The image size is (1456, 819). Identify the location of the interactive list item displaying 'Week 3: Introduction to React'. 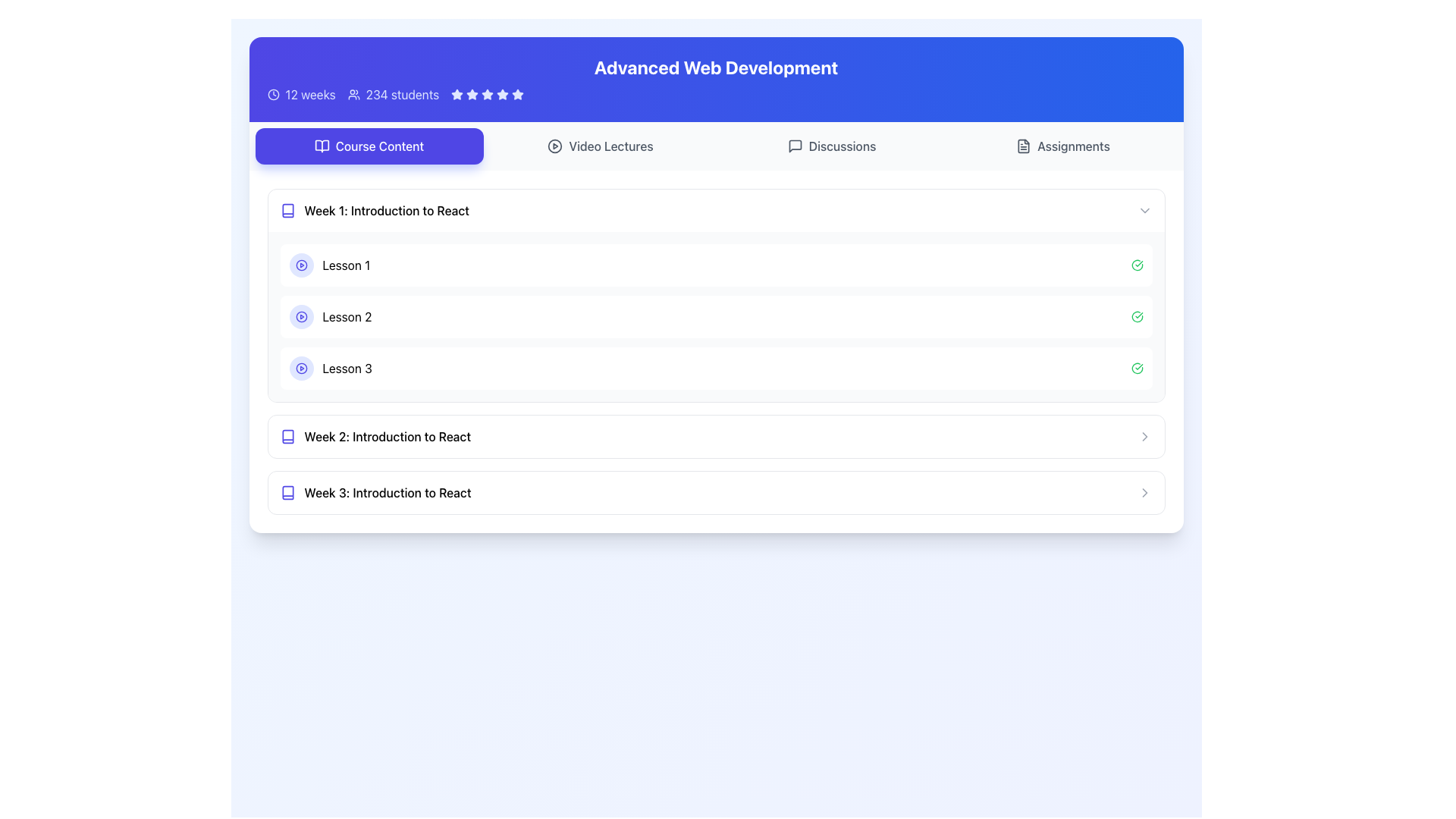
(715, 493).